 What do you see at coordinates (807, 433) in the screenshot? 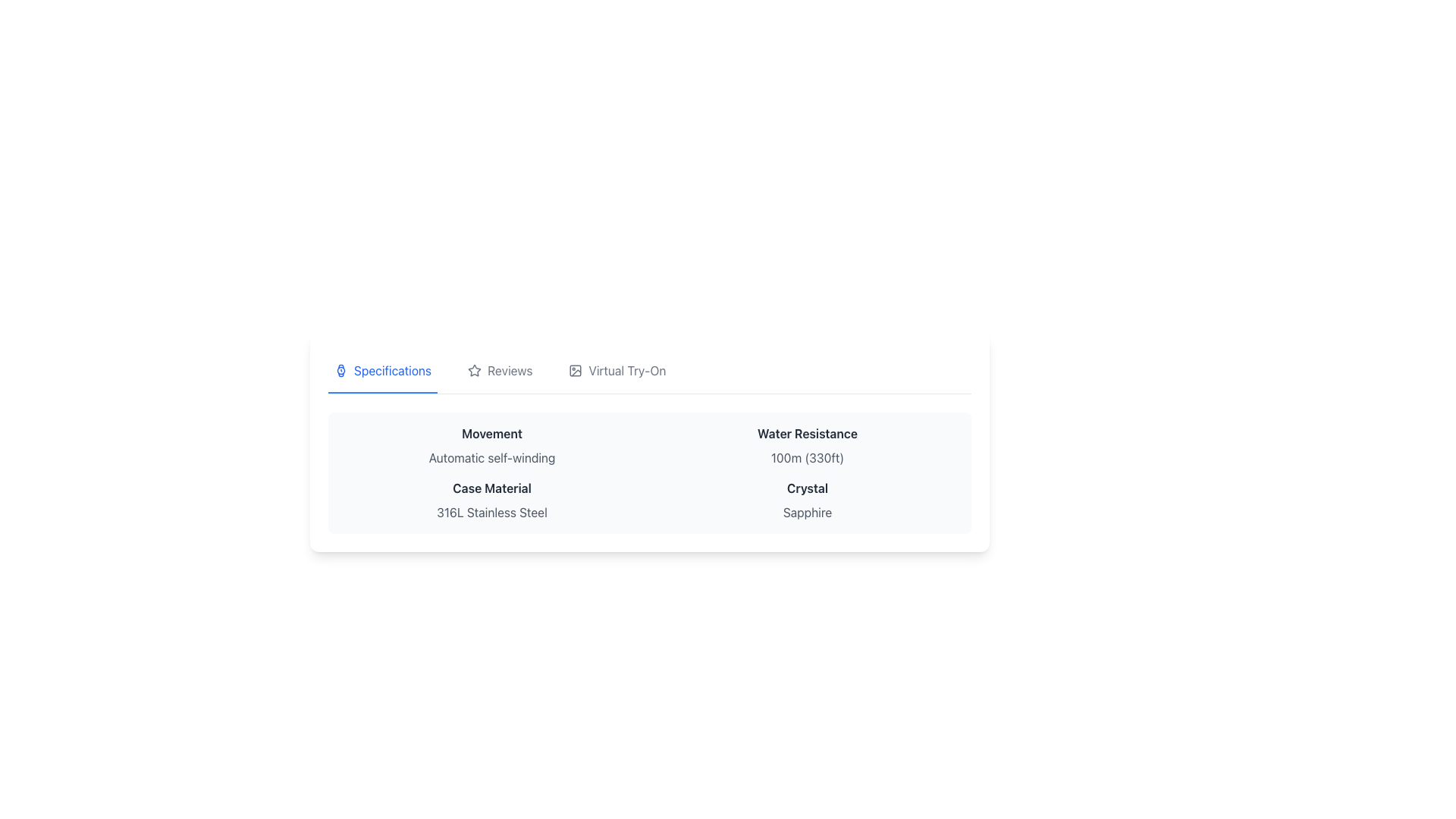
I see `the text label indicating the category or name of the specification related to water resistance, located in the specifications table on the right side of the middle section` at bounding box center [807, 433].